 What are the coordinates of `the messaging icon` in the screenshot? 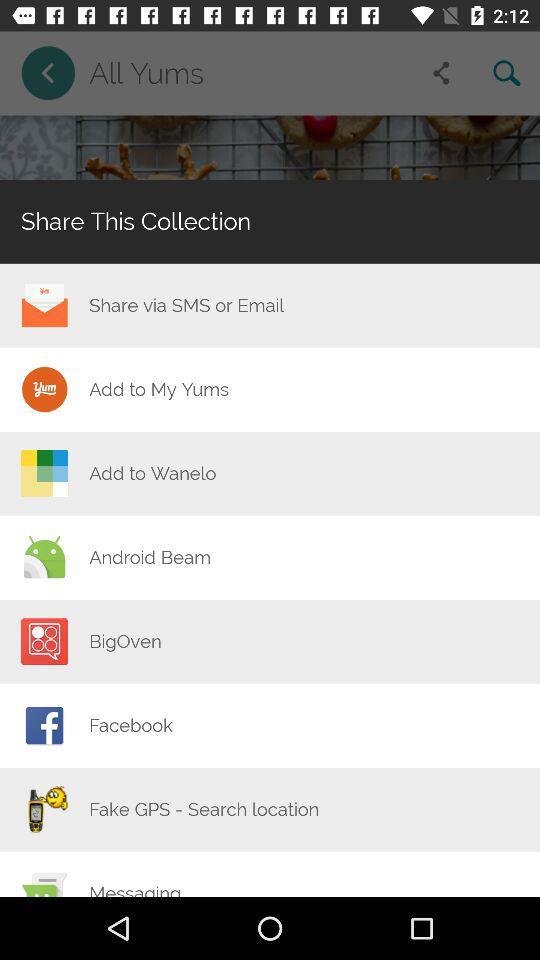 It's located at (135, 888).